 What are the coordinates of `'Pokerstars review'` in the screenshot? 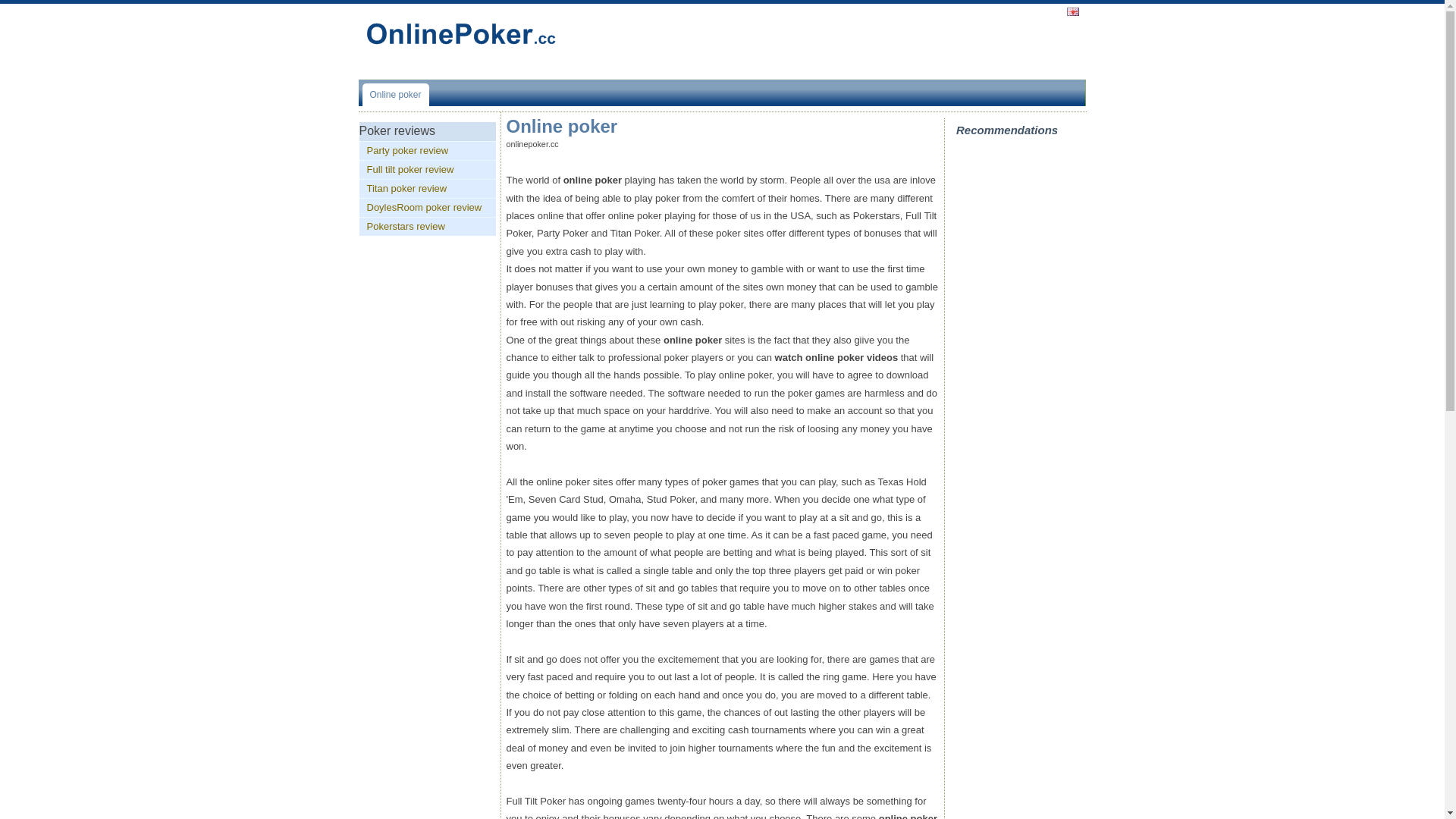 It's located at (427, 227).